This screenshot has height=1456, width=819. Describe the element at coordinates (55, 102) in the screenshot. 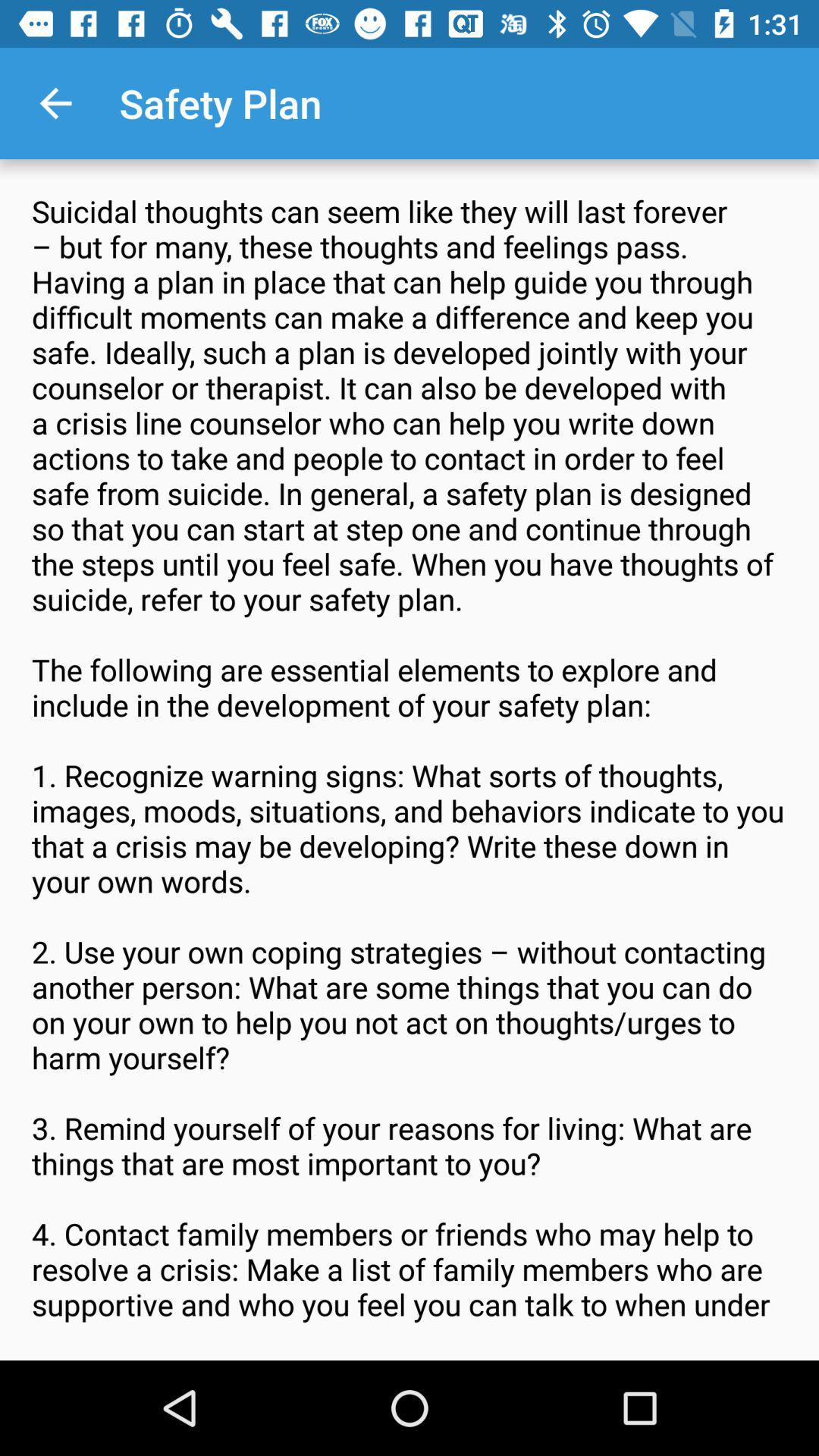

I see `item next to safety plan icon` at that location.